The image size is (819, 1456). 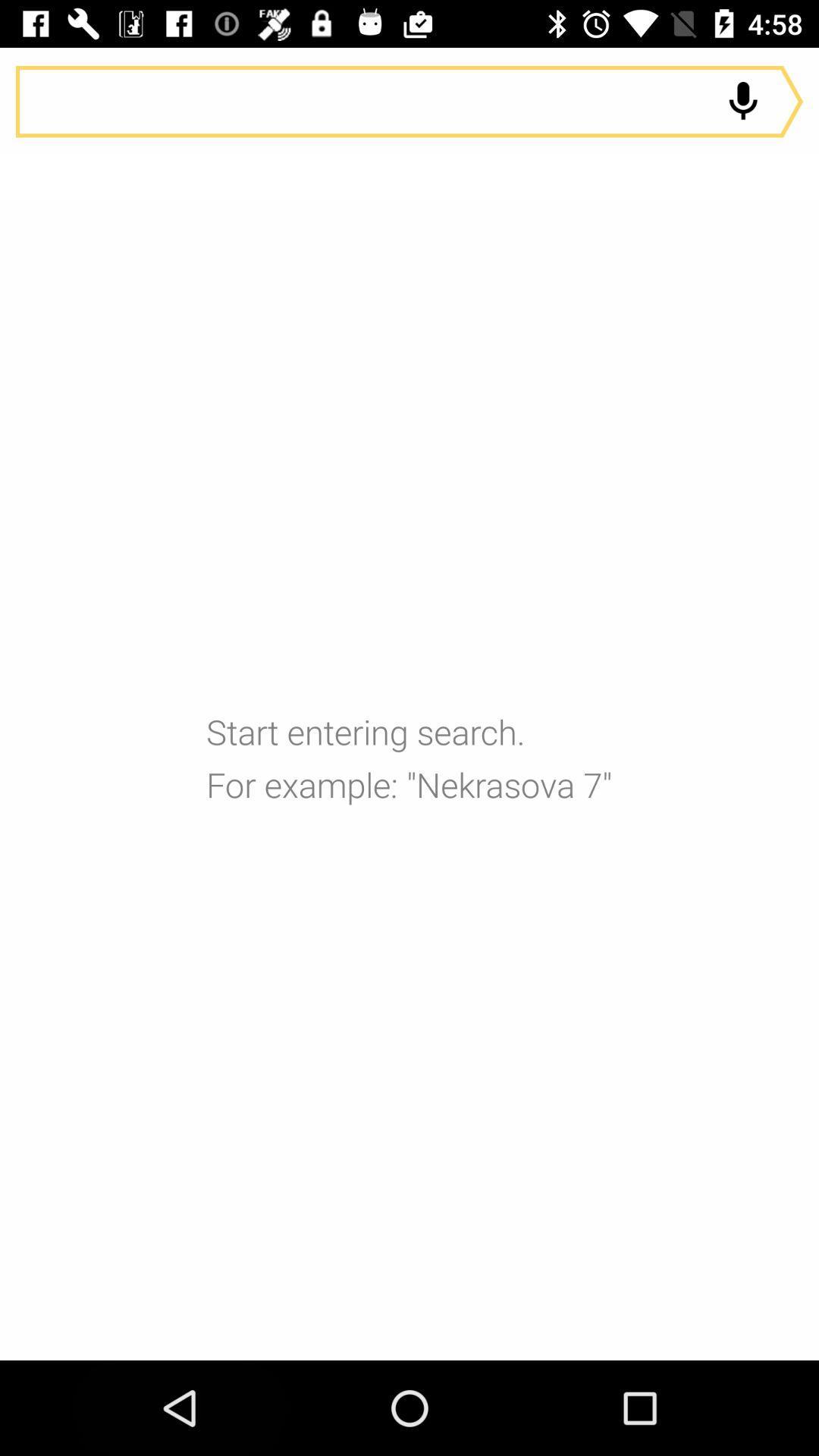 I want to click on speak a command, so click(x=409, y=101).